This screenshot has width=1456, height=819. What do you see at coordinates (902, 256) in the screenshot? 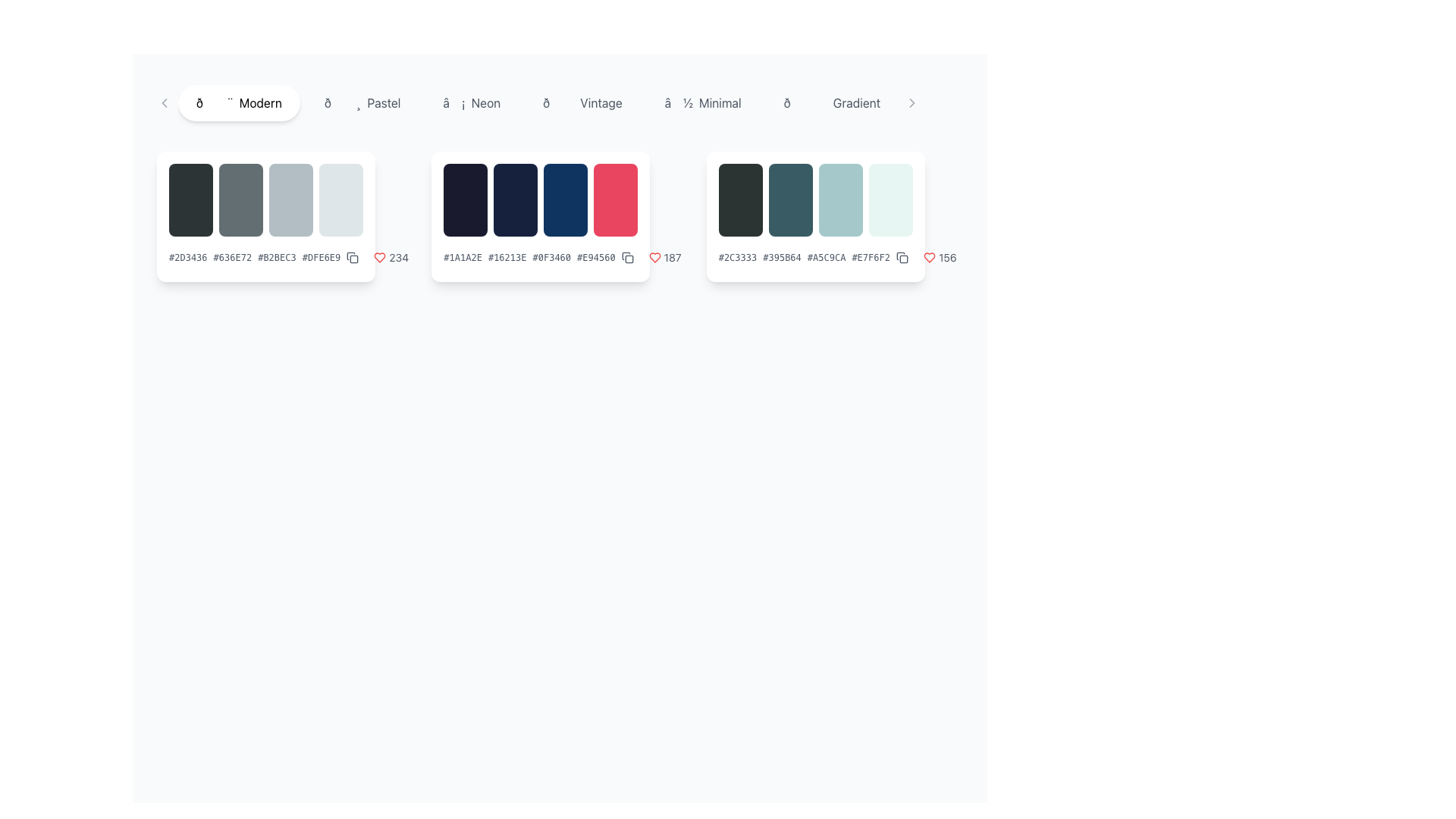
I see `the button with an icon resembling two overlapping squares located in the bottom-right section of the card` at bounding box center [902, 256].